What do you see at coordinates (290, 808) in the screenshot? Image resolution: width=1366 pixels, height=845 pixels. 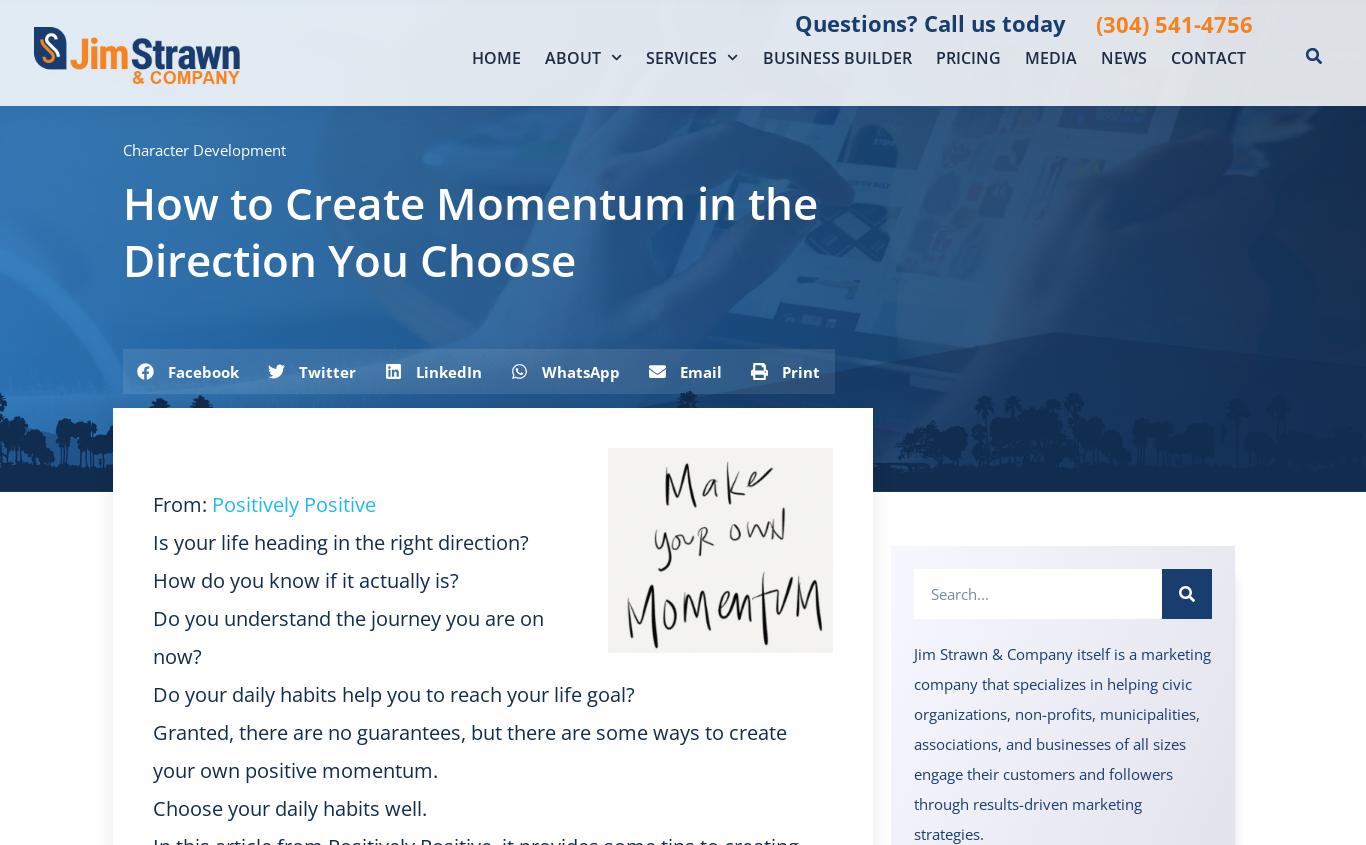 I see `'Choose your daily habits well.'` at bounding box center [290, 808].